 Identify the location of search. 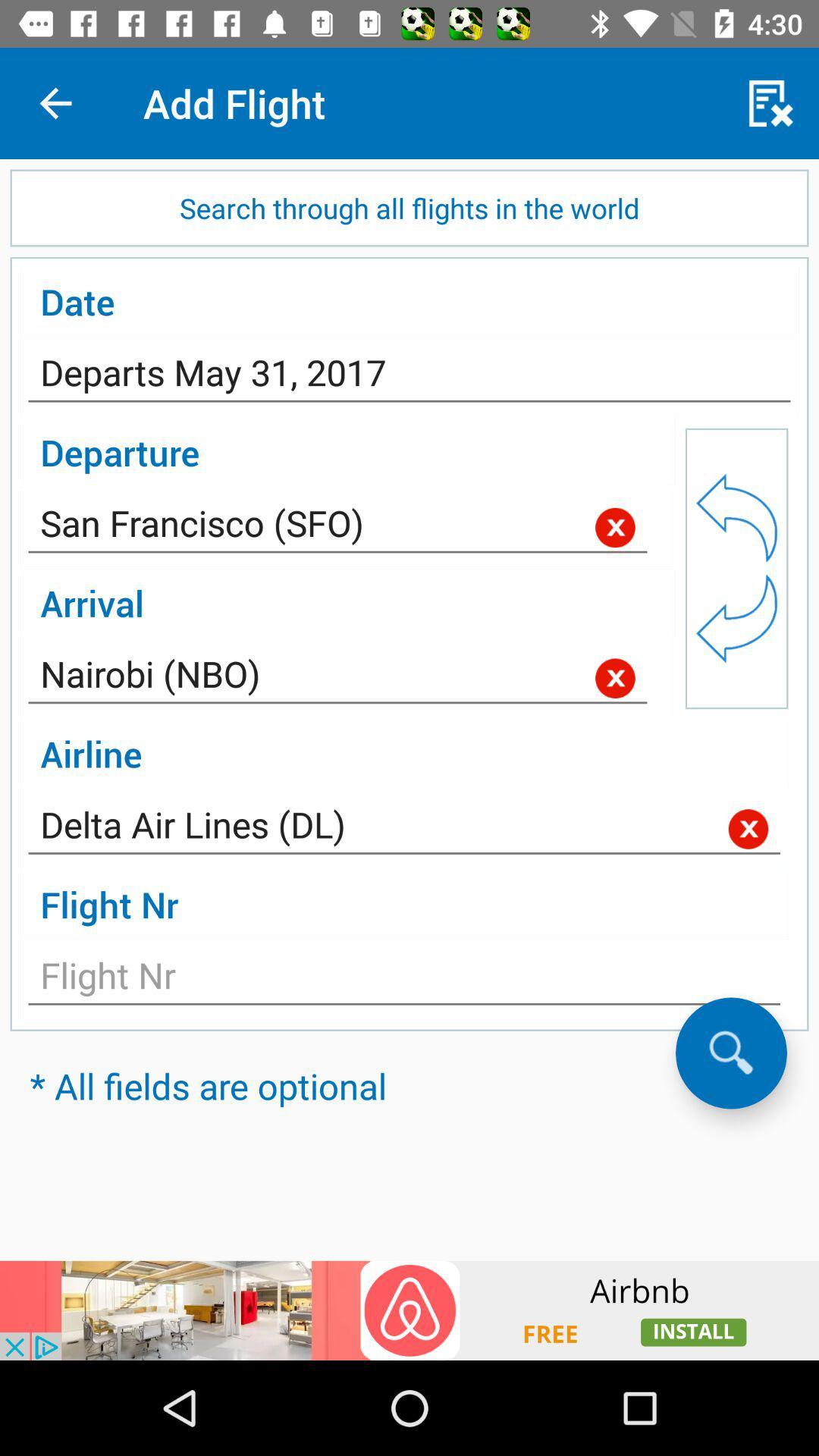
(730, 1052).